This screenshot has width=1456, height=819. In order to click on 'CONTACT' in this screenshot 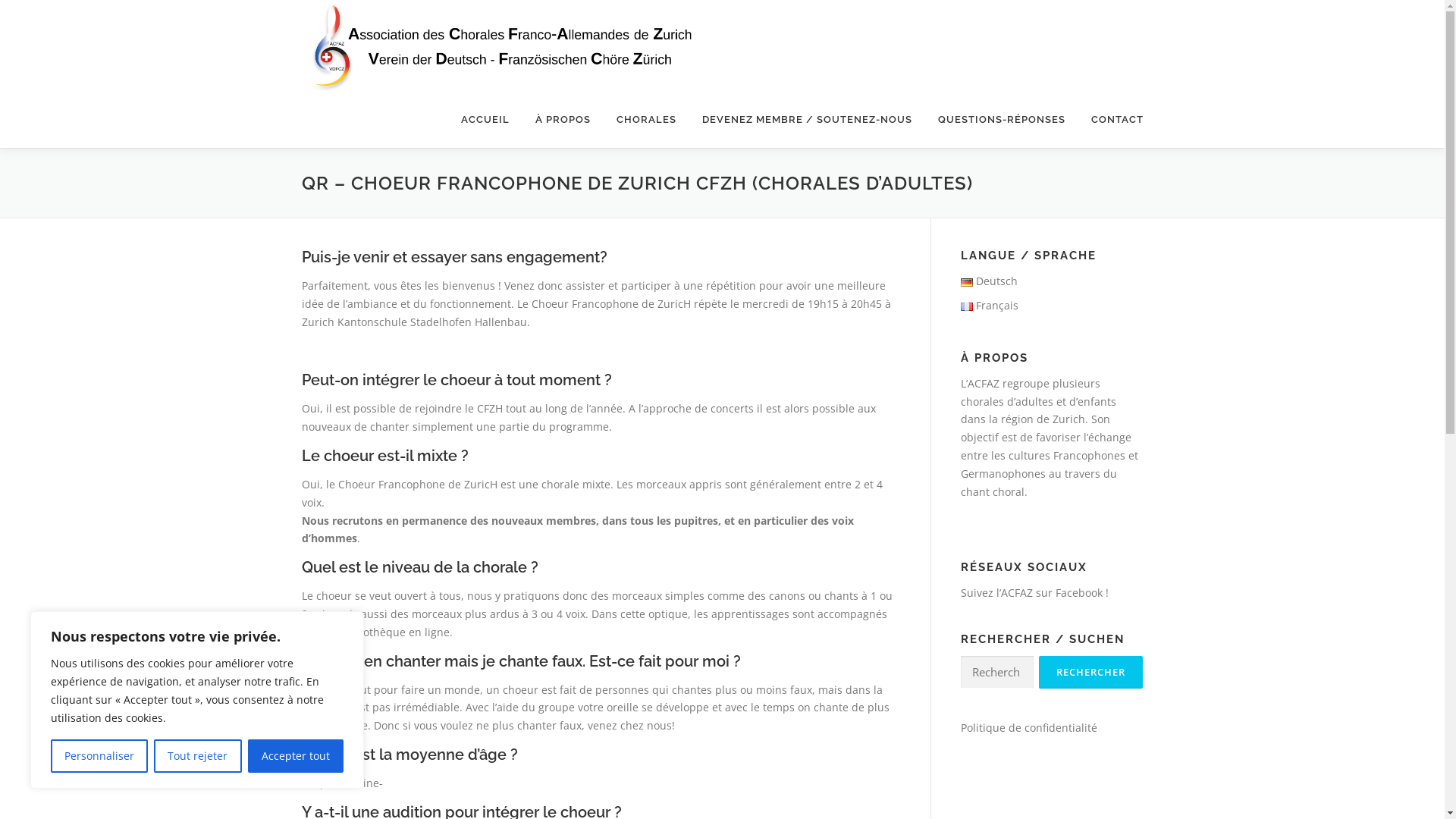, I will do `click(1110, 118)`.